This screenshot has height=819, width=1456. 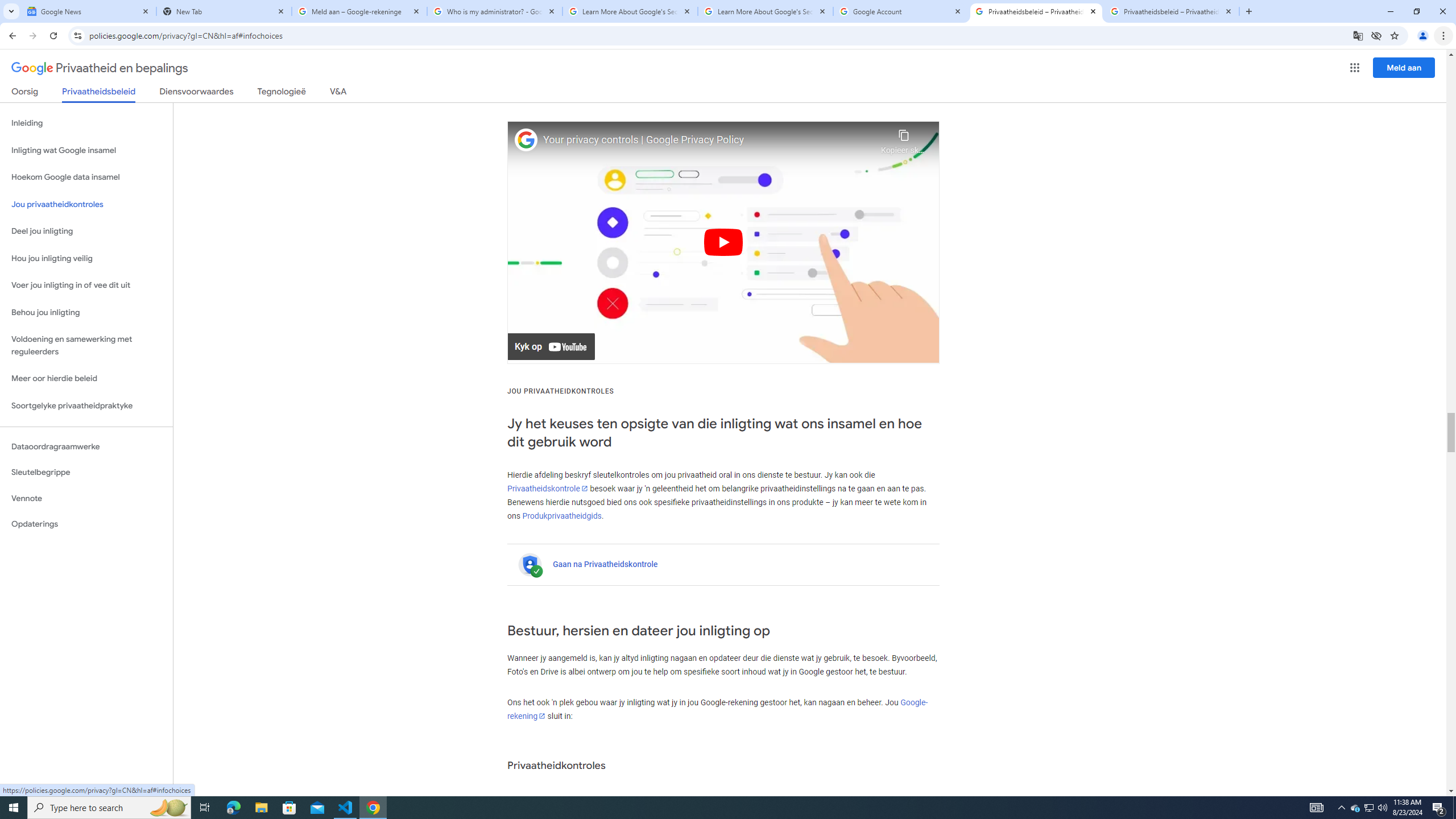 What do you see at coordinates (86, 259) in the screenshot?
I see `'Hou jou inligting veilig'` at bounding box center [86, 259].